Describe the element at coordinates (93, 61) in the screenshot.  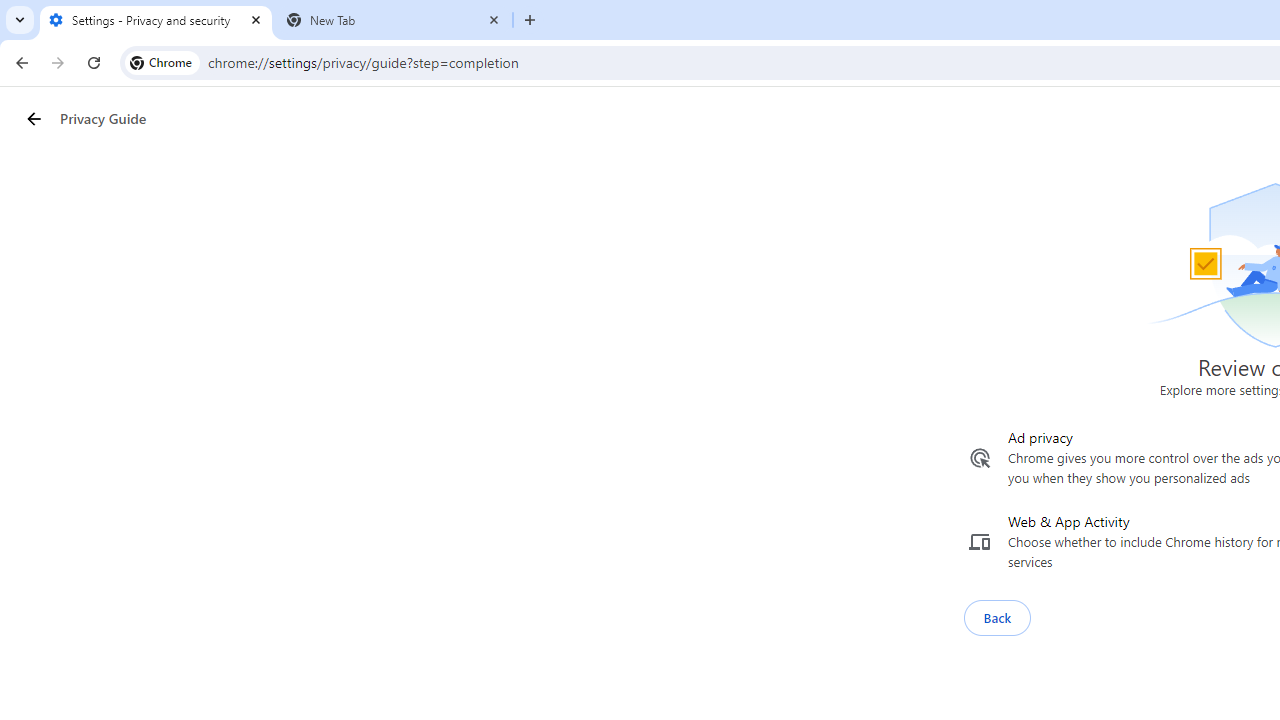
I see `'Reload'` at that location.